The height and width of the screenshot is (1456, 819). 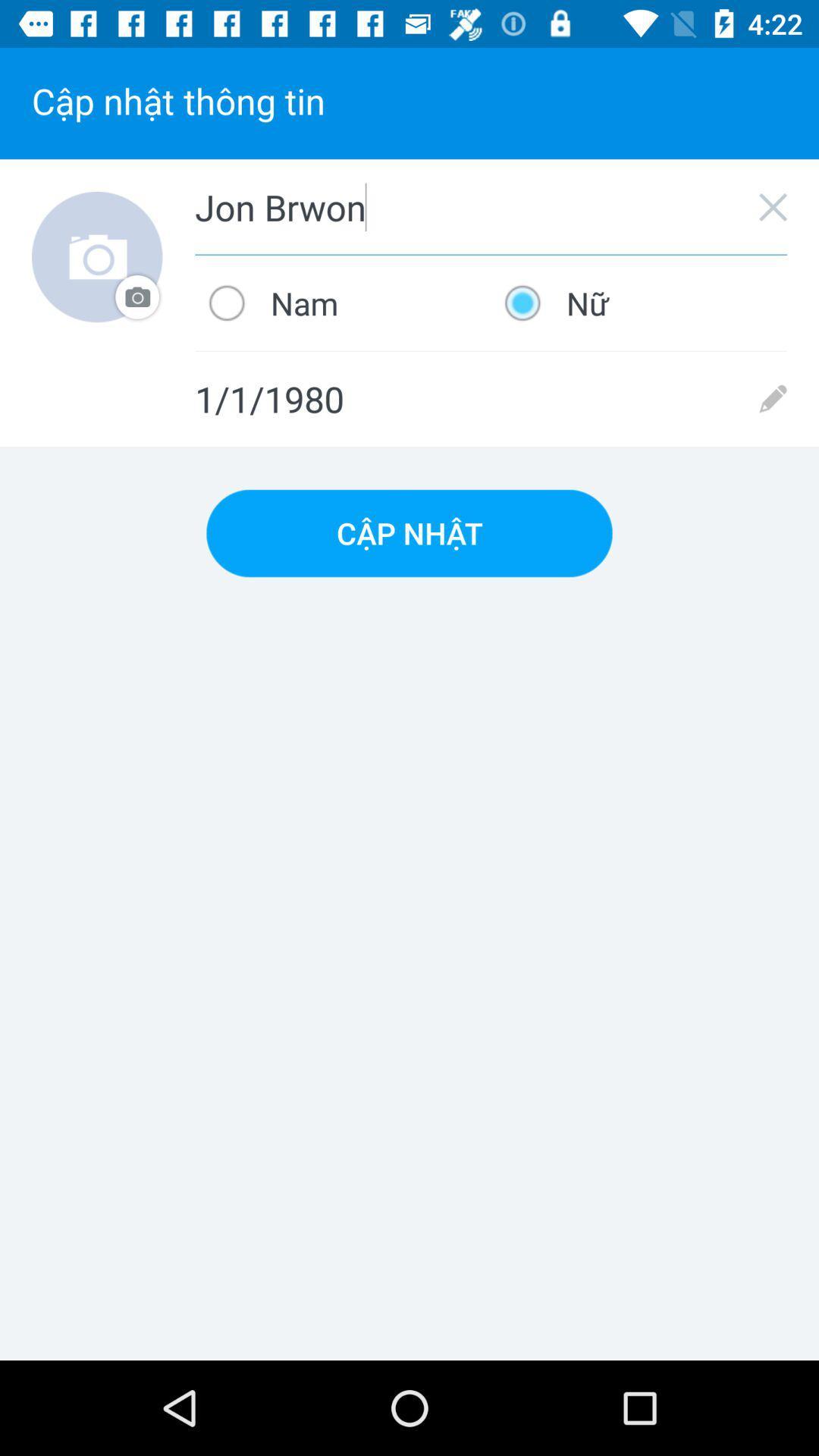 What do you see at coordinates (491, 206) in the screenshot?
I see `the jon brwon icon` at bounding box center [491, 206].